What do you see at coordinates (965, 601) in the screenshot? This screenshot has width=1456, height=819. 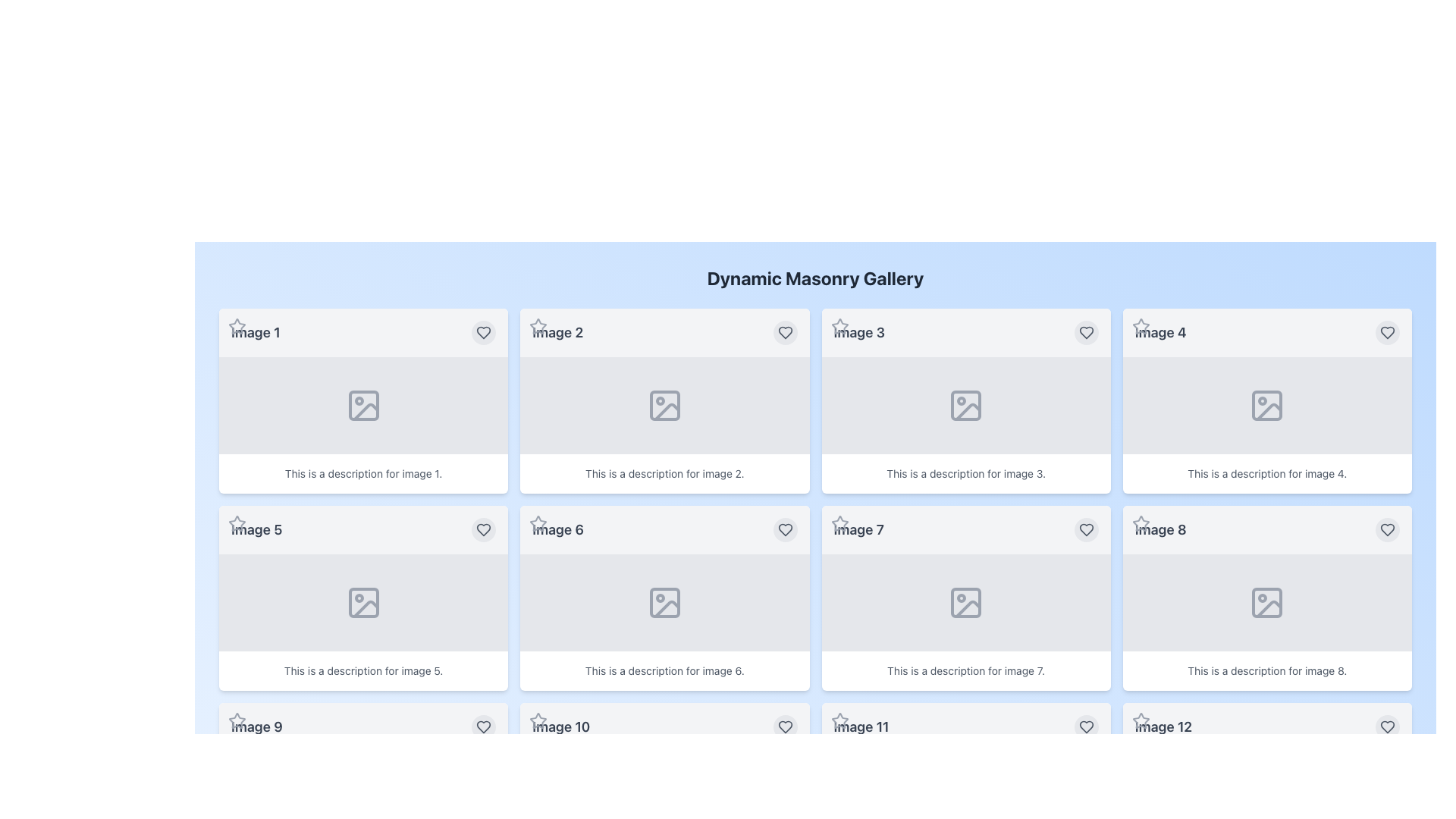 I see `the image placeholder icon located in the seventh card of a 4x3 grid layout` at bounding box center [965, 601].